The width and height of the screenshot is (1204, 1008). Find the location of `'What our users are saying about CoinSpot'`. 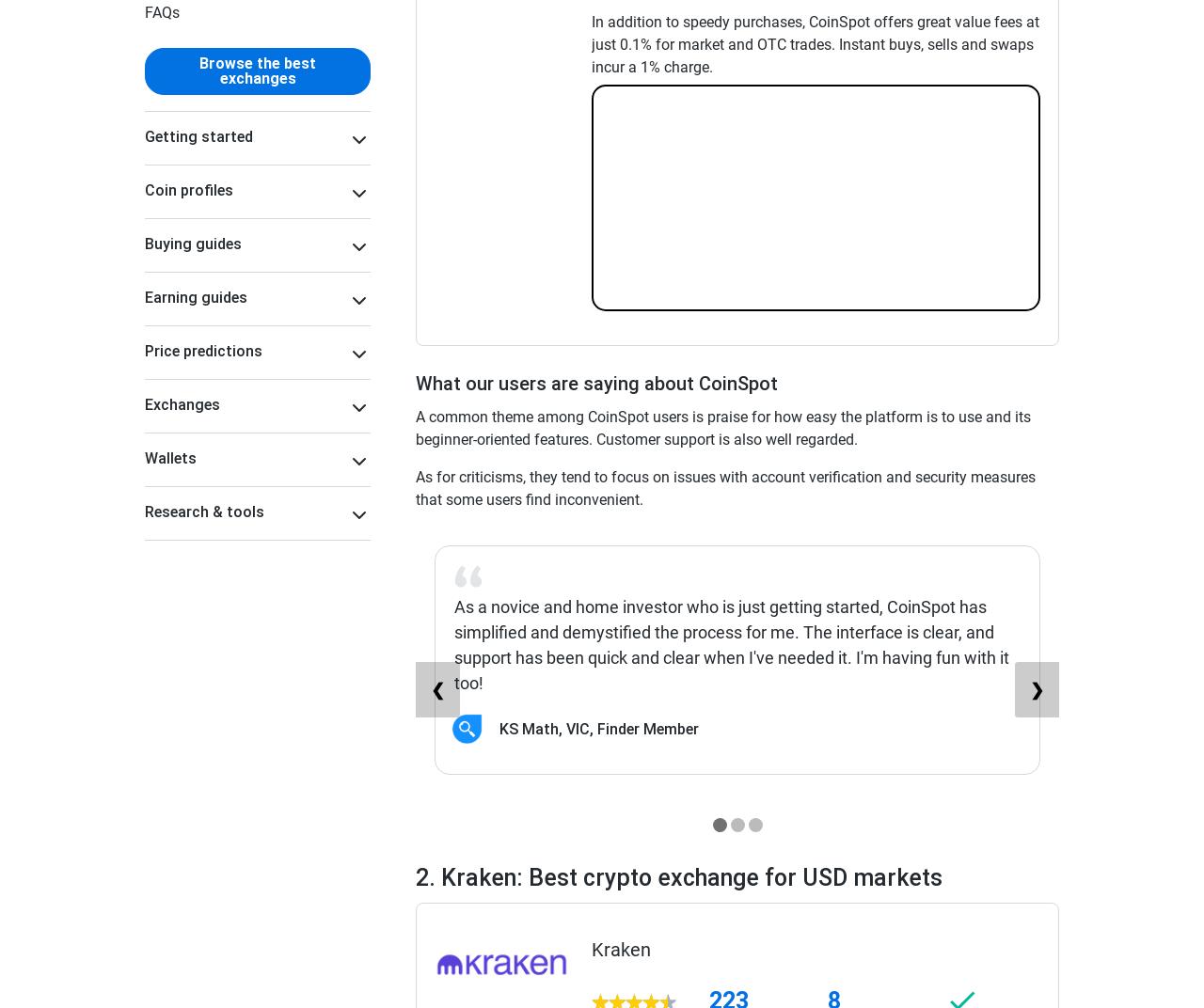

'What our users are saying about CoinSpot' is located at coordinates (595, 382).